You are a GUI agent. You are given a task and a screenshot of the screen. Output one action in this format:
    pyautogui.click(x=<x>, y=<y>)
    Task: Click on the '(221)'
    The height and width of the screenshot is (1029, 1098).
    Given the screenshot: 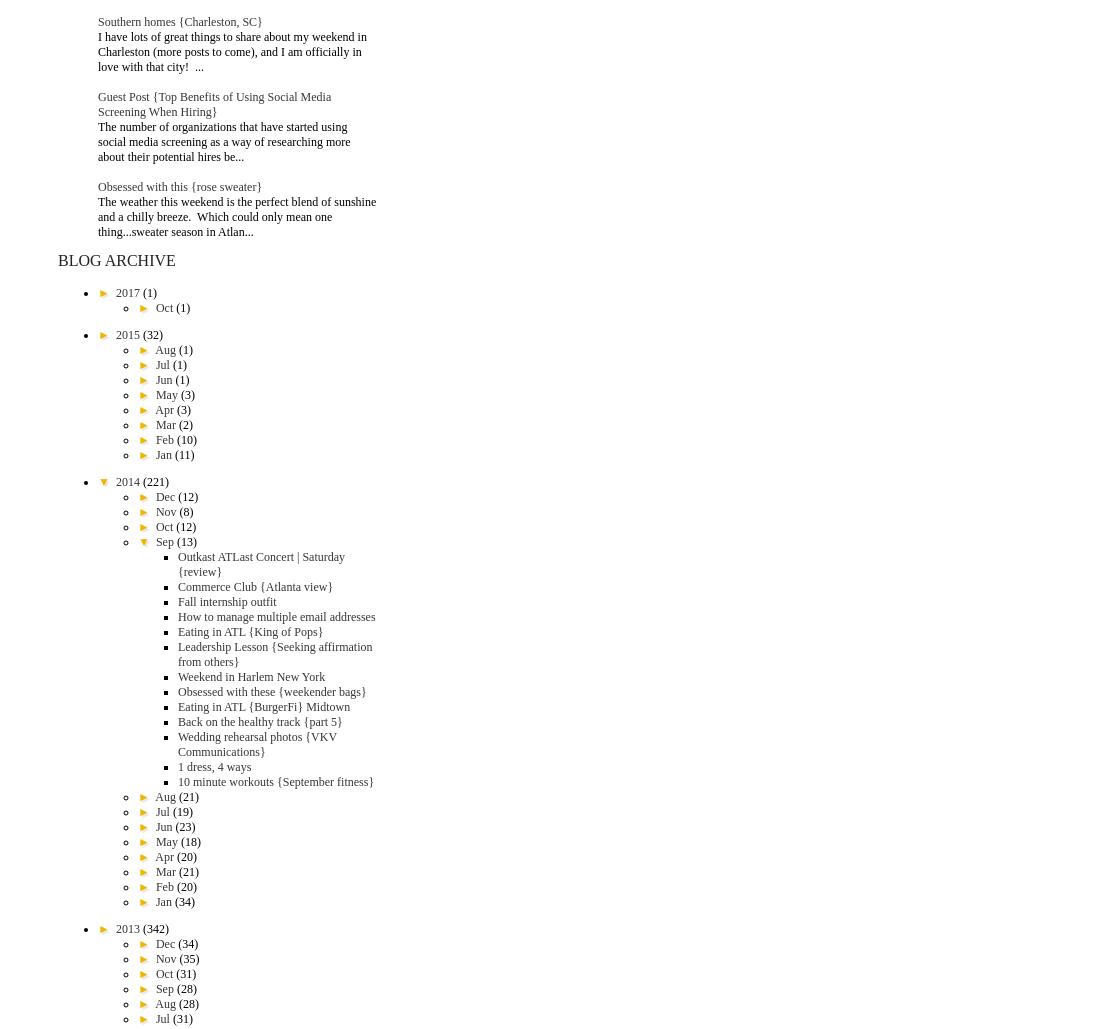 What is the action you would take?
    pyautogui.click(x=155, y=481)
    